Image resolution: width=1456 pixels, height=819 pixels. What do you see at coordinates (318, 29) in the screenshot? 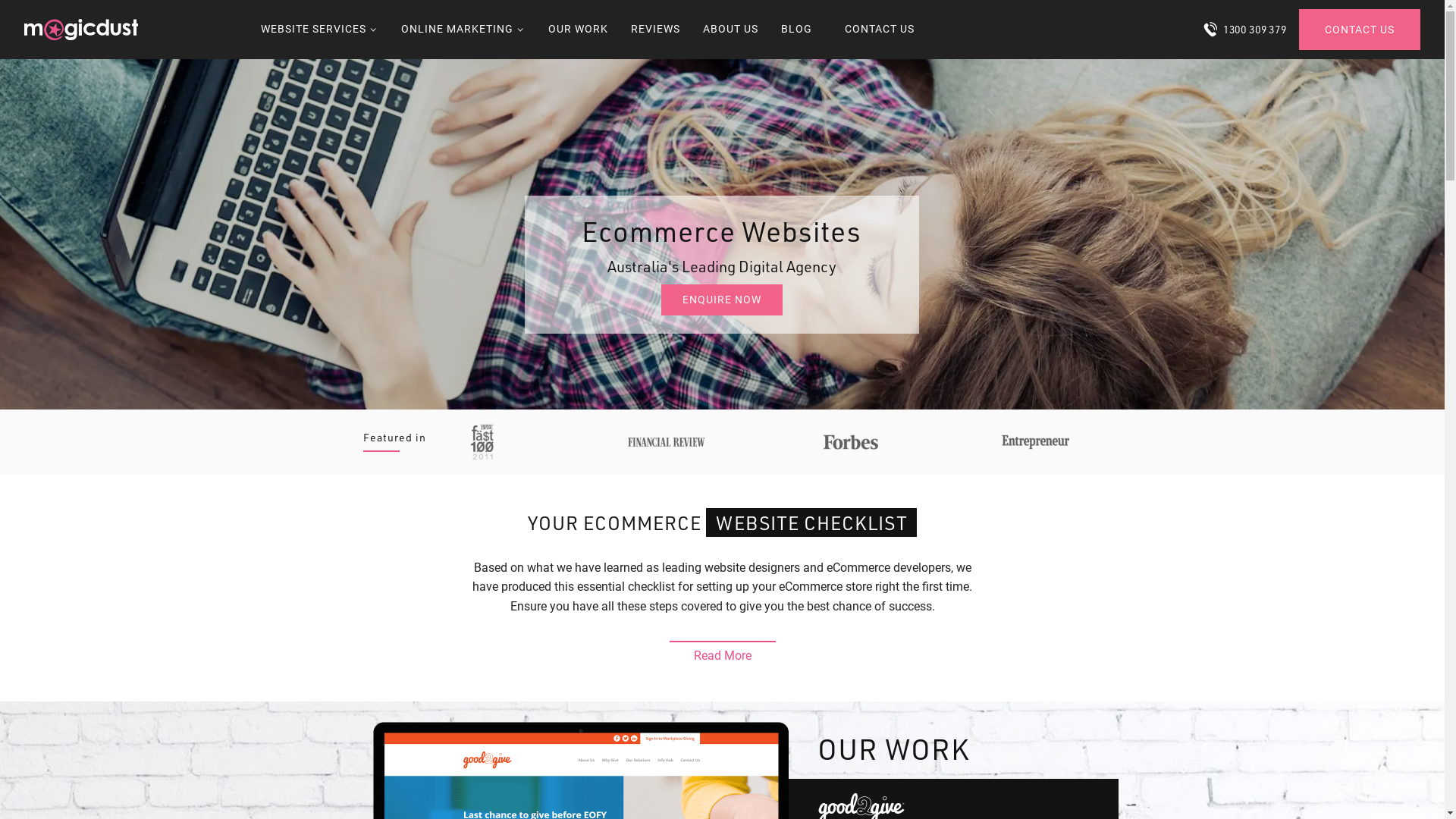
I see `'WEBSITE SERVICES'` at bounding box center [318, 29].